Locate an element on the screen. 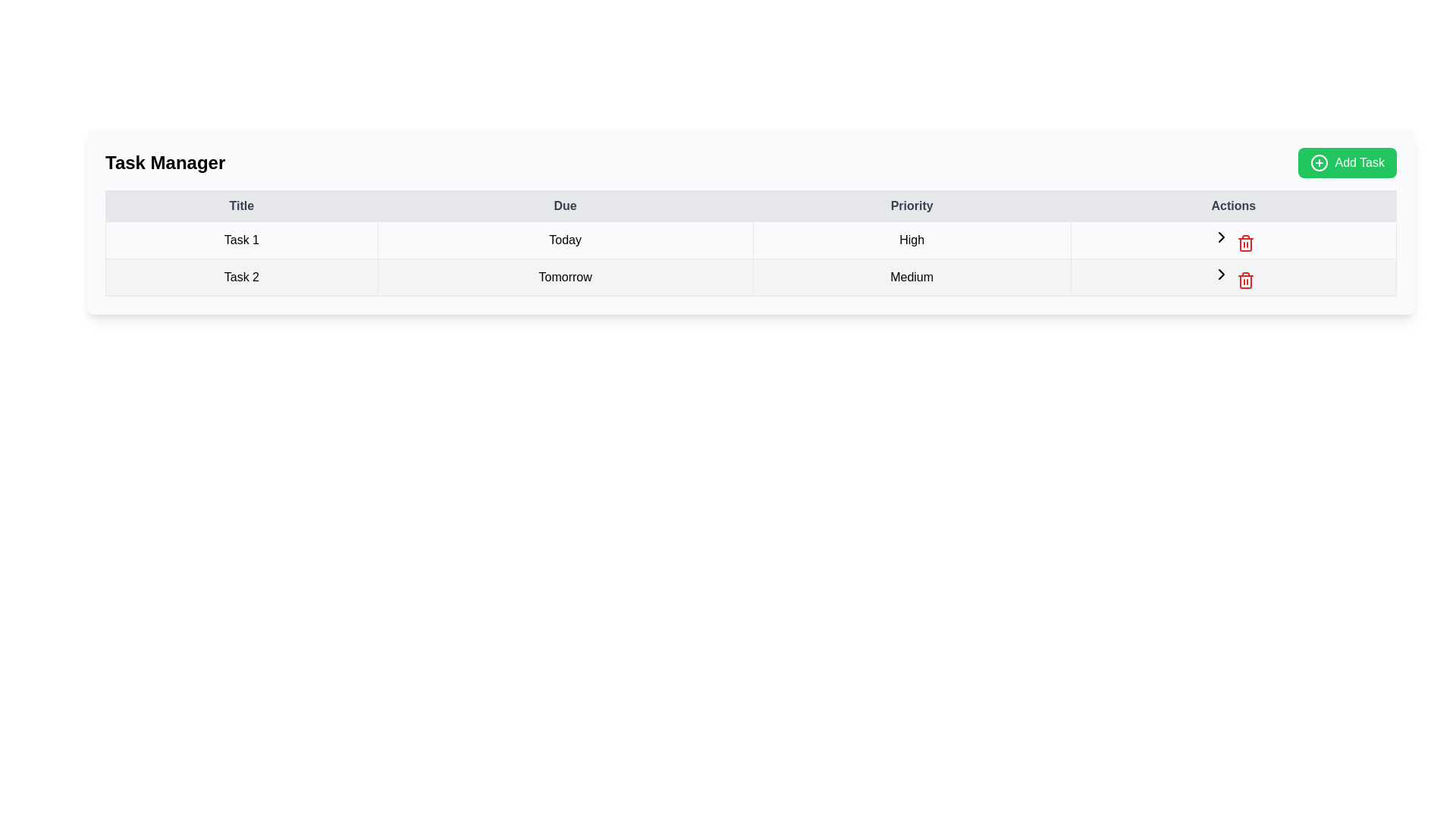  the text label displaying the due date of the task, which is the middle cell in the second row of the table, positioned between 'Task 2' and 'Medium' is located at coordinates (564, 277).